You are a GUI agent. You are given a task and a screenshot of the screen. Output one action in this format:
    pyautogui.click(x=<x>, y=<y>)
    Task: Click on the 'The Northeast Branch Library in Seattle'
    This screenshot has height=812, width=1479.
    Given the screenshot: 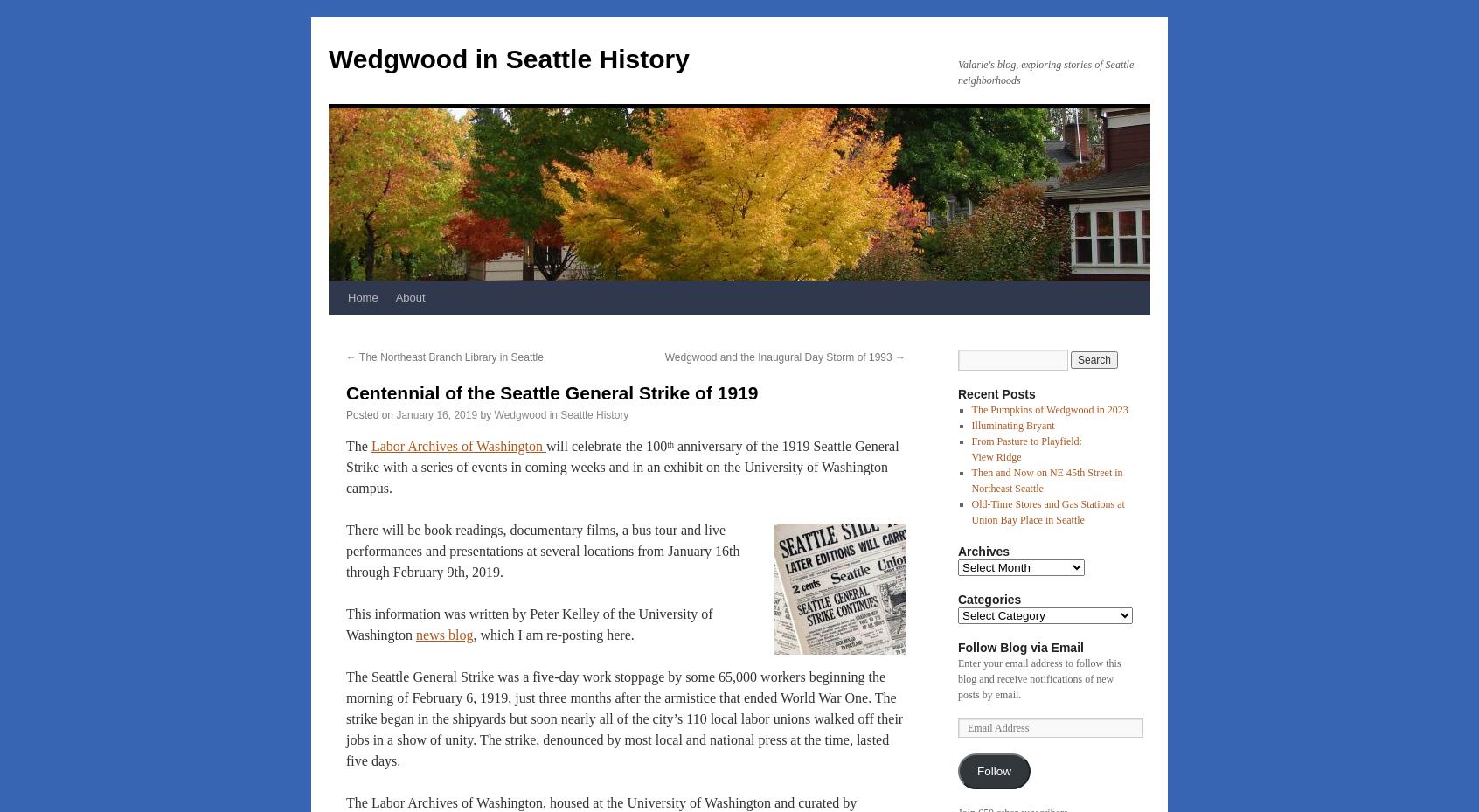 What is the action you would take?
    pyautogui.click(x=449, y=357)
    